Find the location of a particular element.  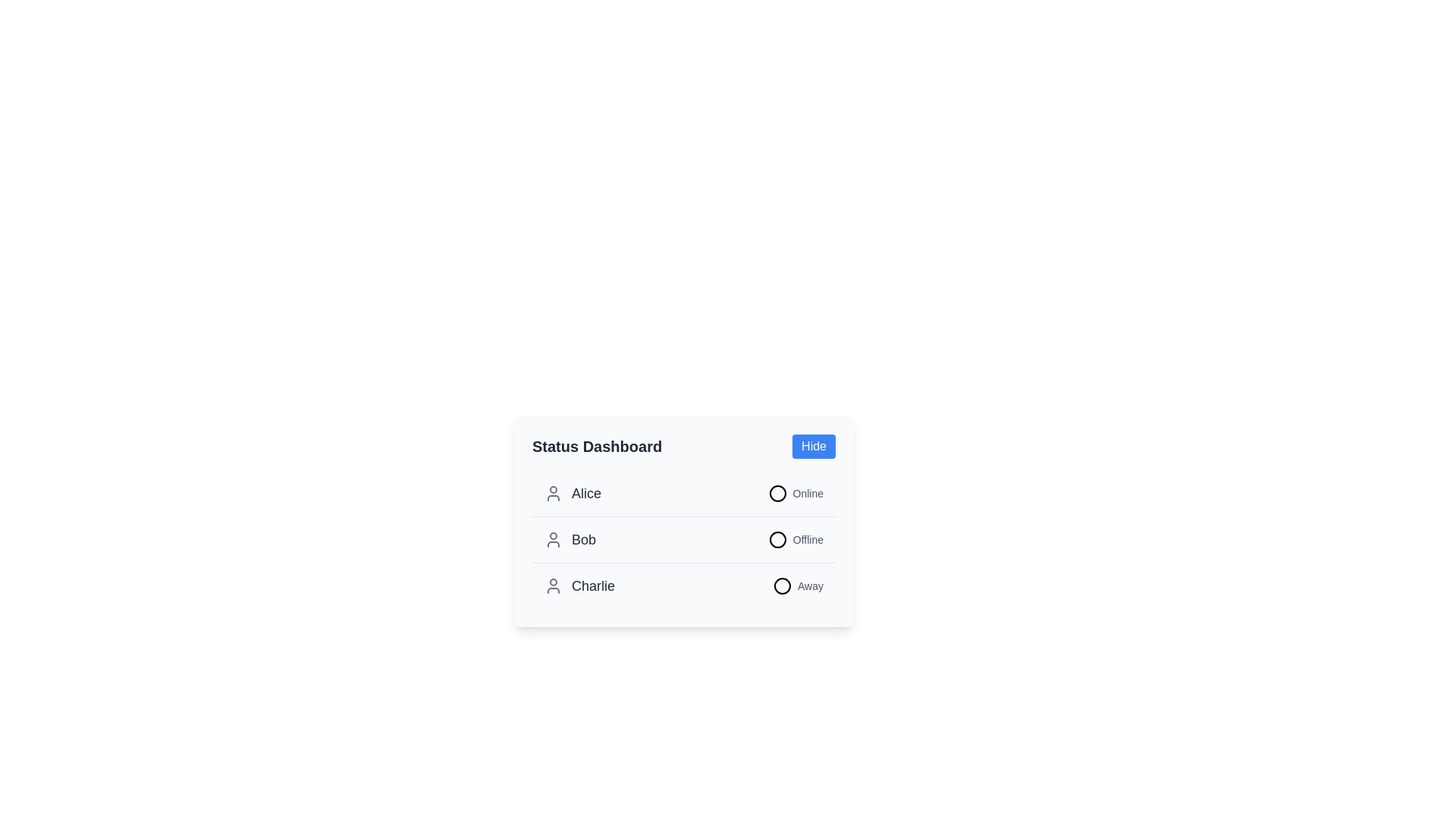

the user avatar icon, which is a gray circular head with shoulders located to the left of the text 'Charlie' in the third row of the 'Status Dashboard' card is located at coordinates (552, 585).